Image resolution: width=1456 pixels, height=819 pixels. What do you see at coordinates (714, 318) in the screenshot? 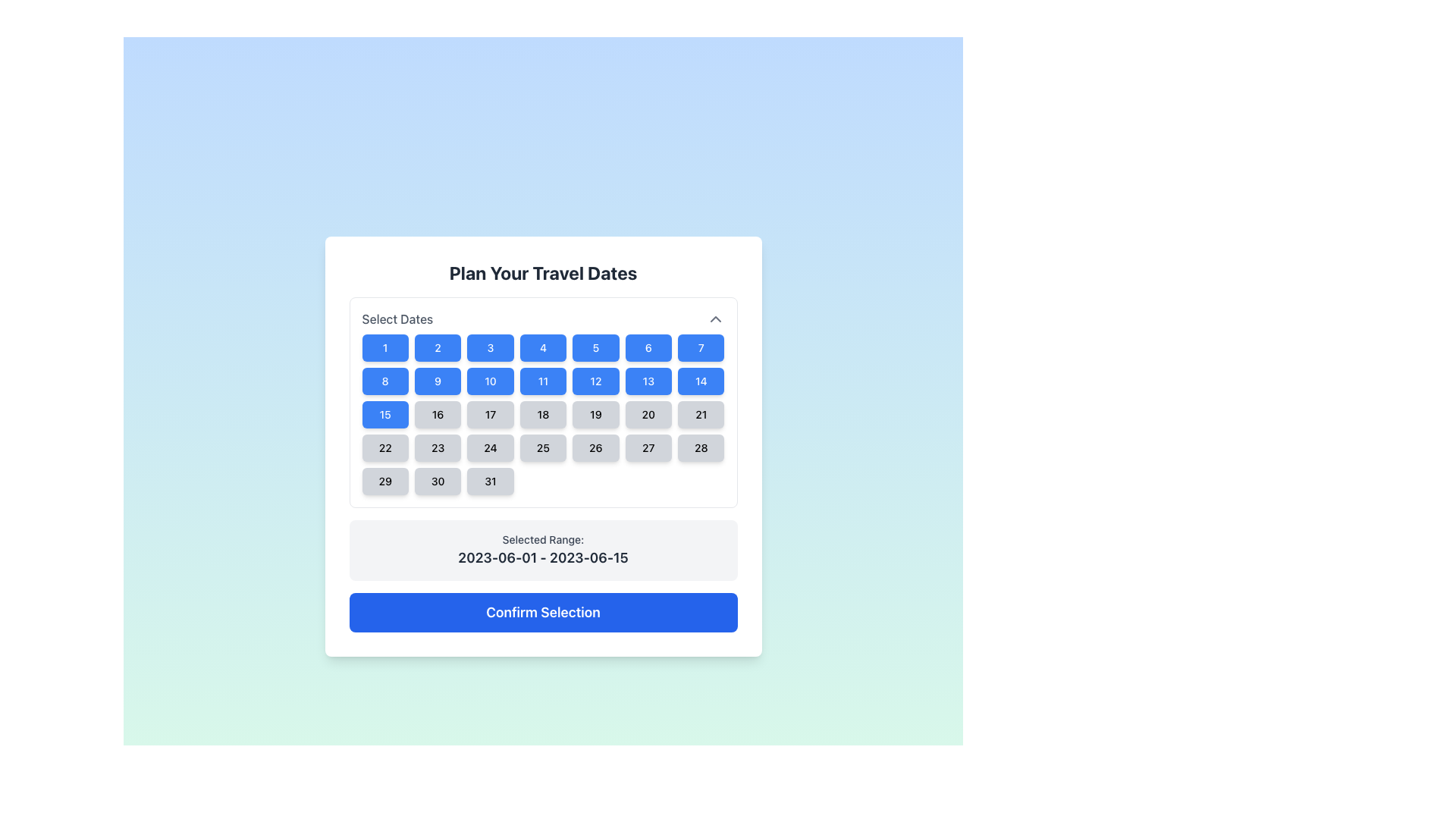
I see `the upward-facing chevron icon located at the right side of the 'Select Dates' bar` at bounding box center [714, 318].